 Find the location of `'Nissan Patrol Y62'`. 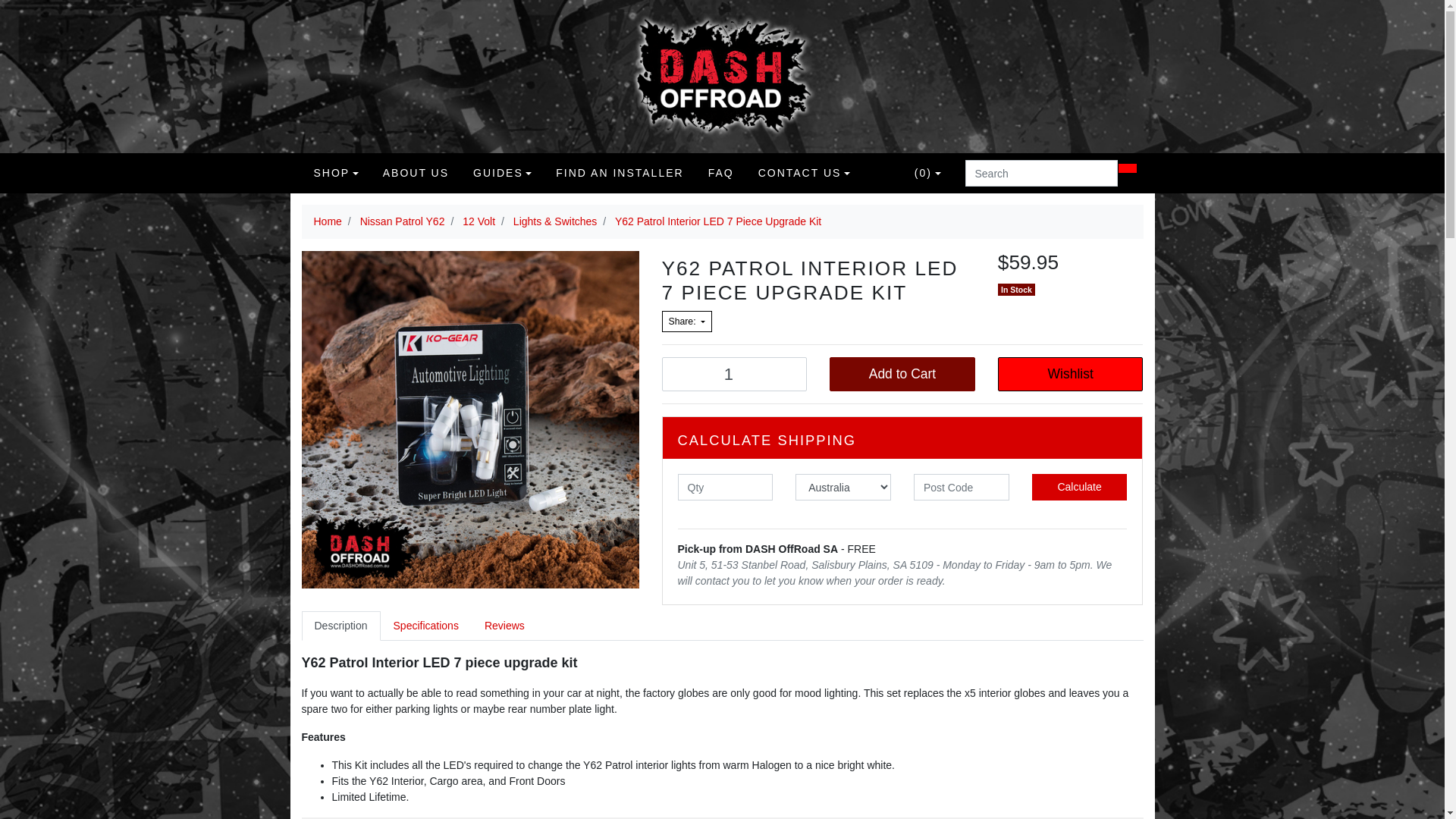

'Nissan Patrol Y62' is located at coordinates (403, 221).